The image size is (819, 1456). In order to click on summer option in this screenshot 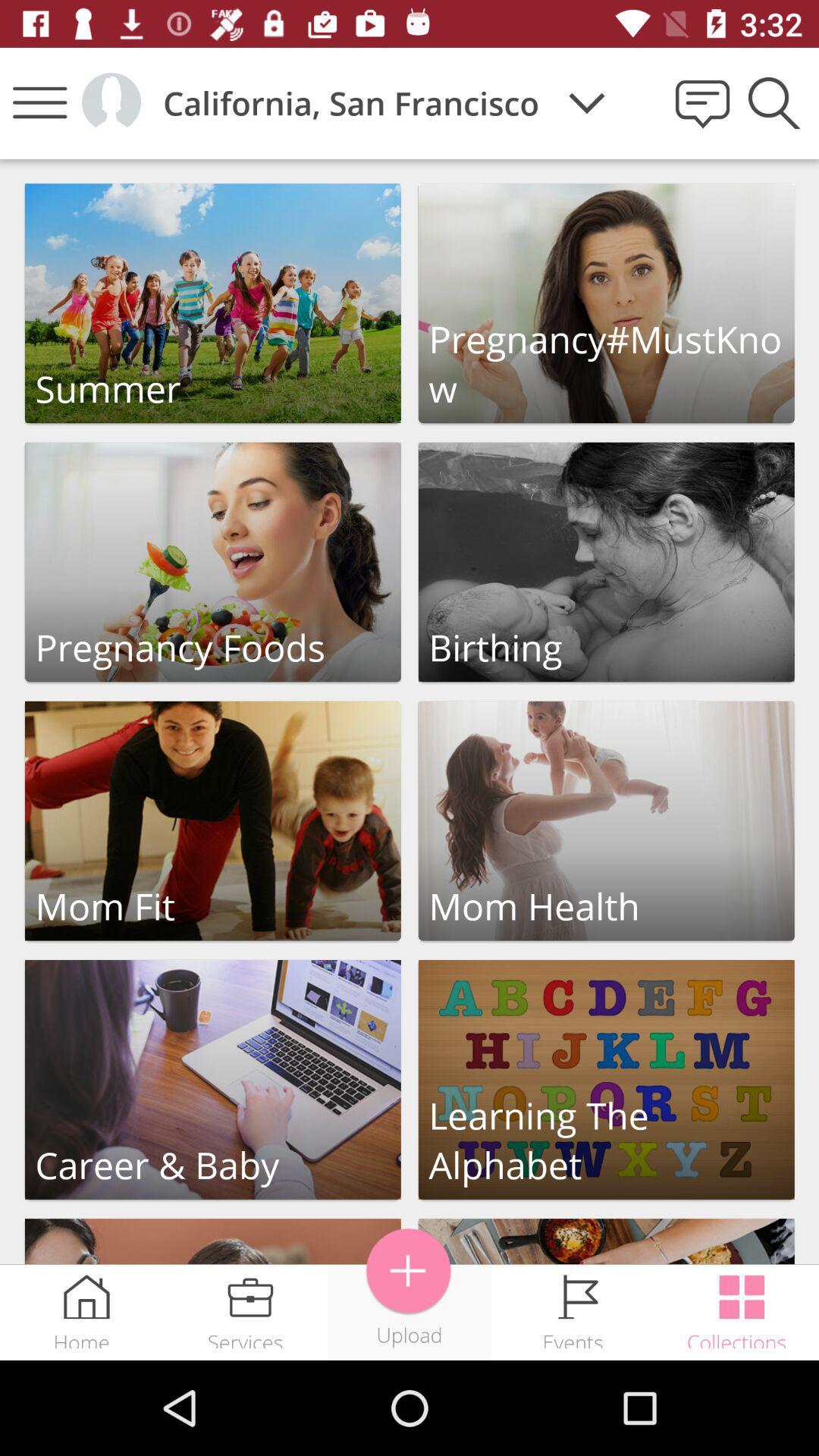, I will do `click(212, 303)`.